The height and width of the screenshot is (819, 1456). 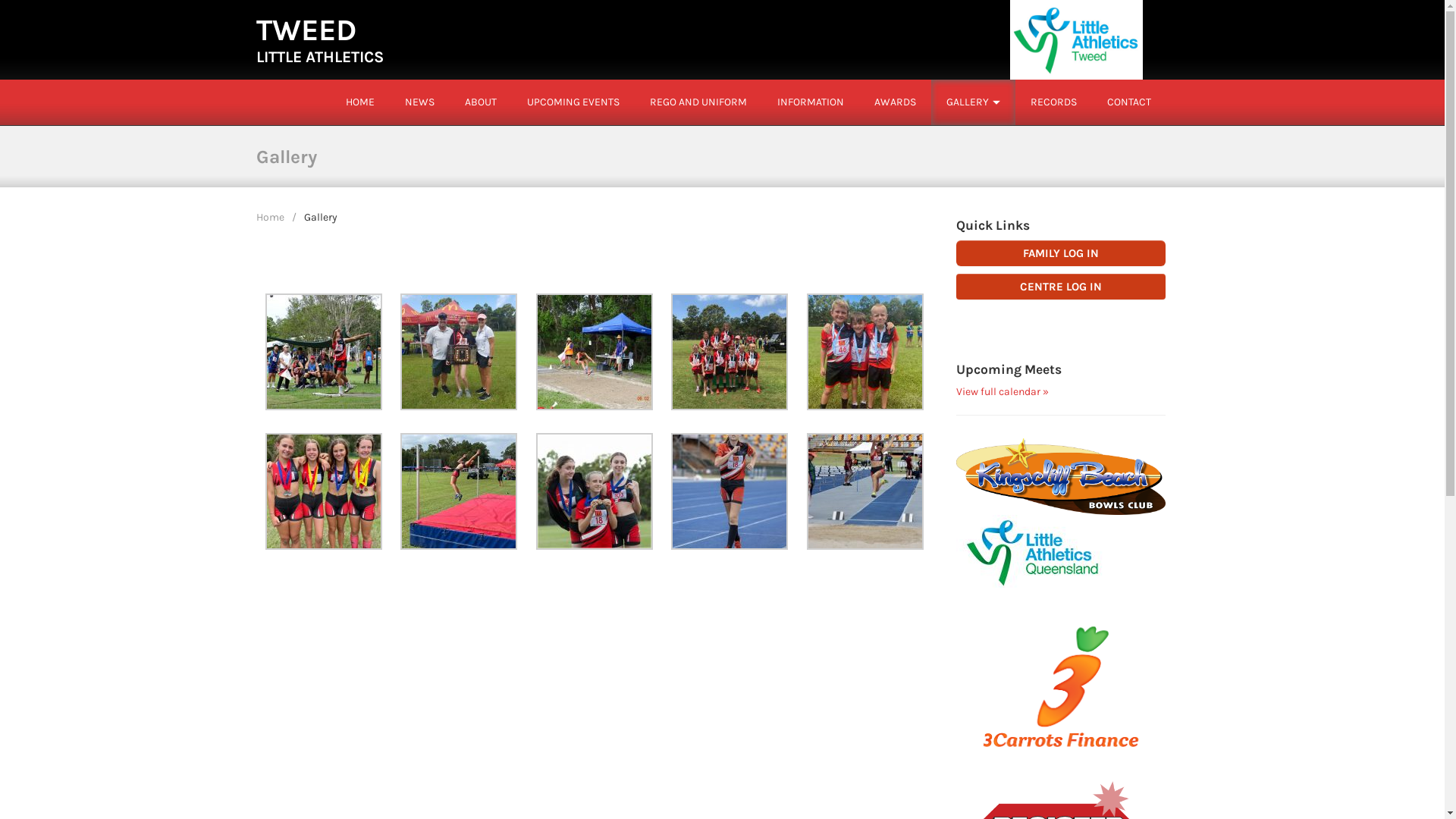 What do you see at coordinates (1128, 102) in the screenshot?
I see `'CONTACT'` at bounding box center [1128, 102].